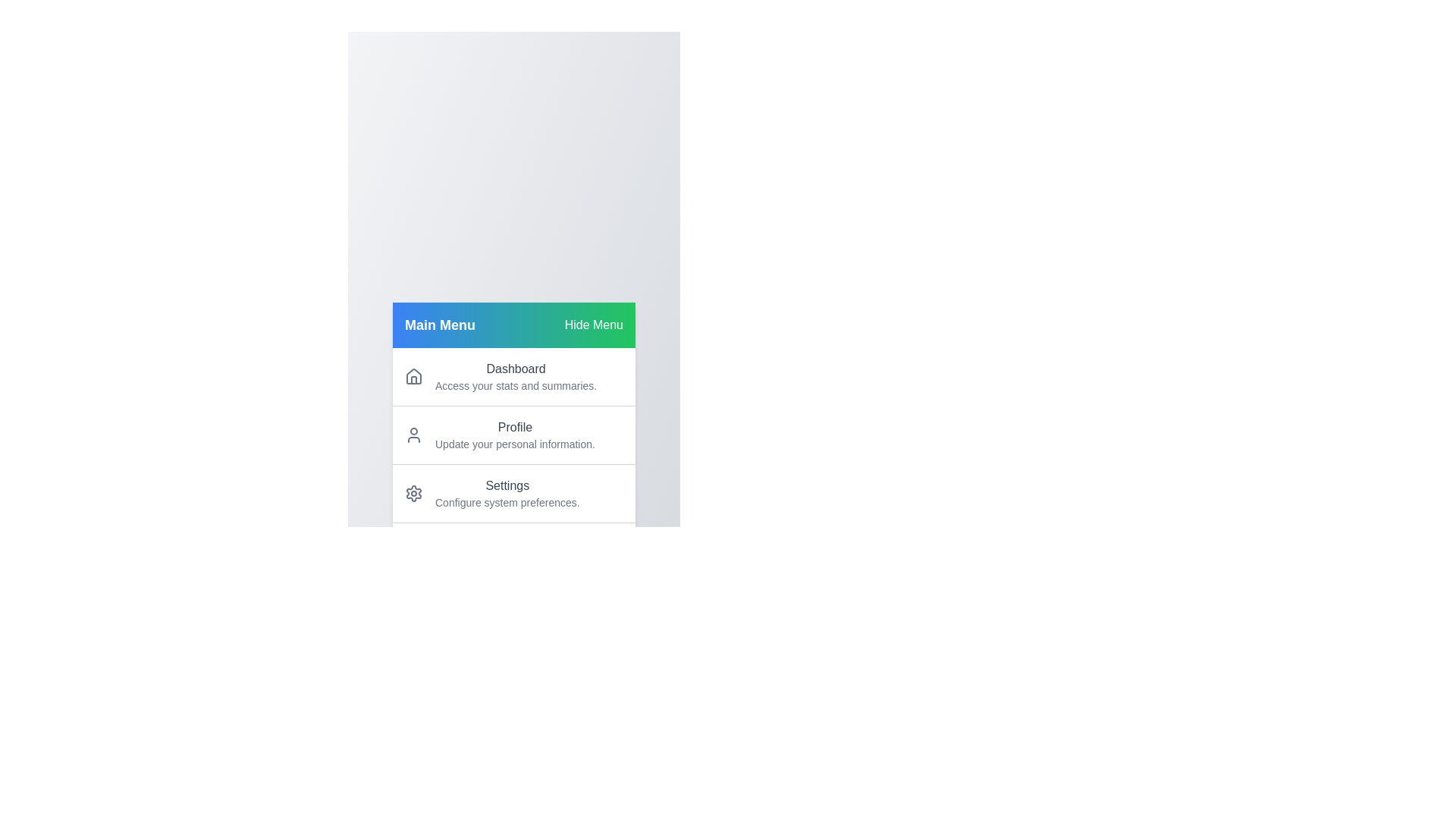 The image size is (1456, 819). I want to click on 'Hide Menu' button to toggle the menu's visibility, so click(592, 324).